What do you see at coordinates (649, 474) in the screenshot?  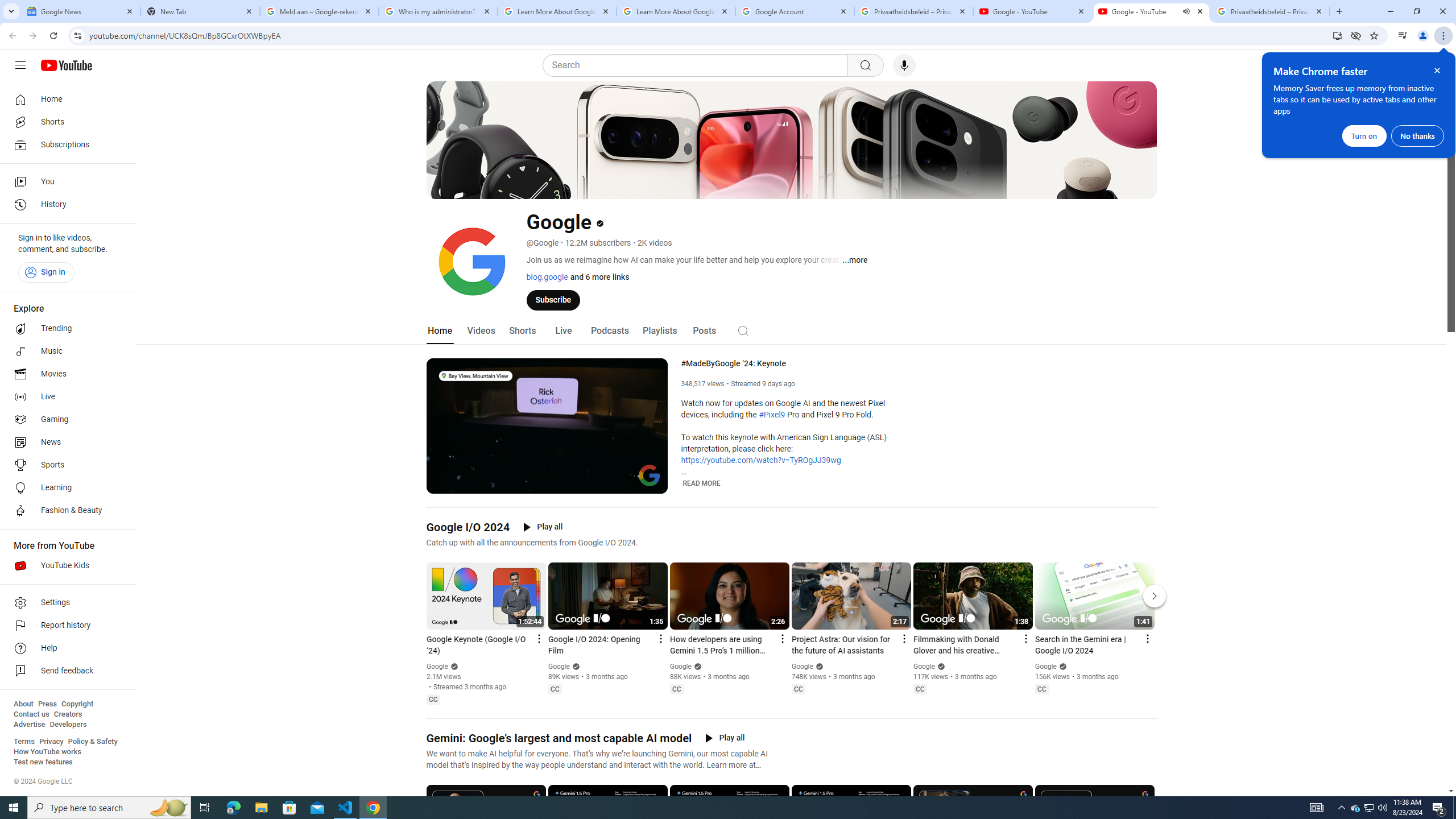 I see `'Channel watermark'` at bounding box center [649, 474].